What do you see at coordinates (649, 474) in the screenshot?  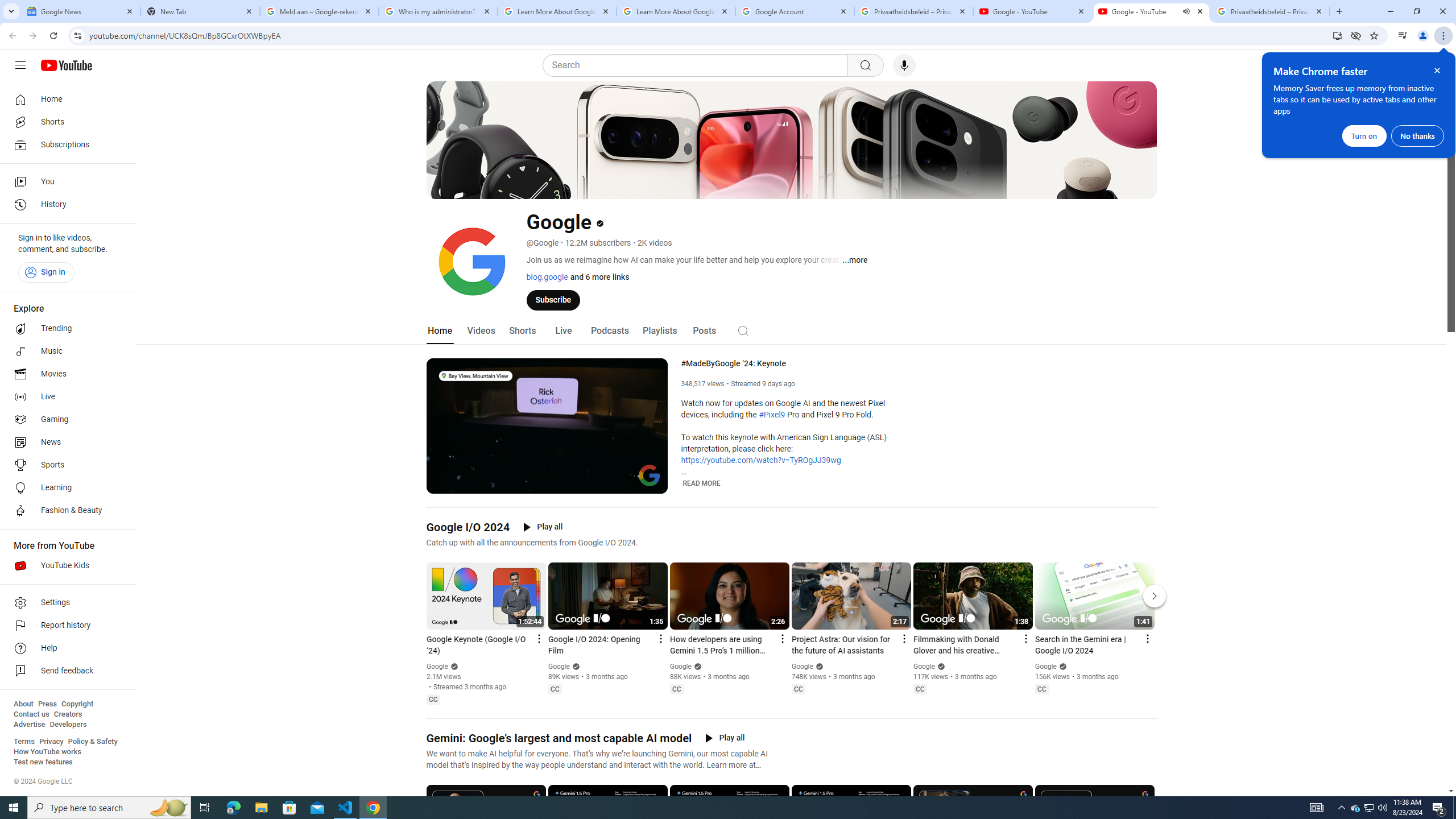 I see `'Channel watermark'` at bounding box center [649, 474].